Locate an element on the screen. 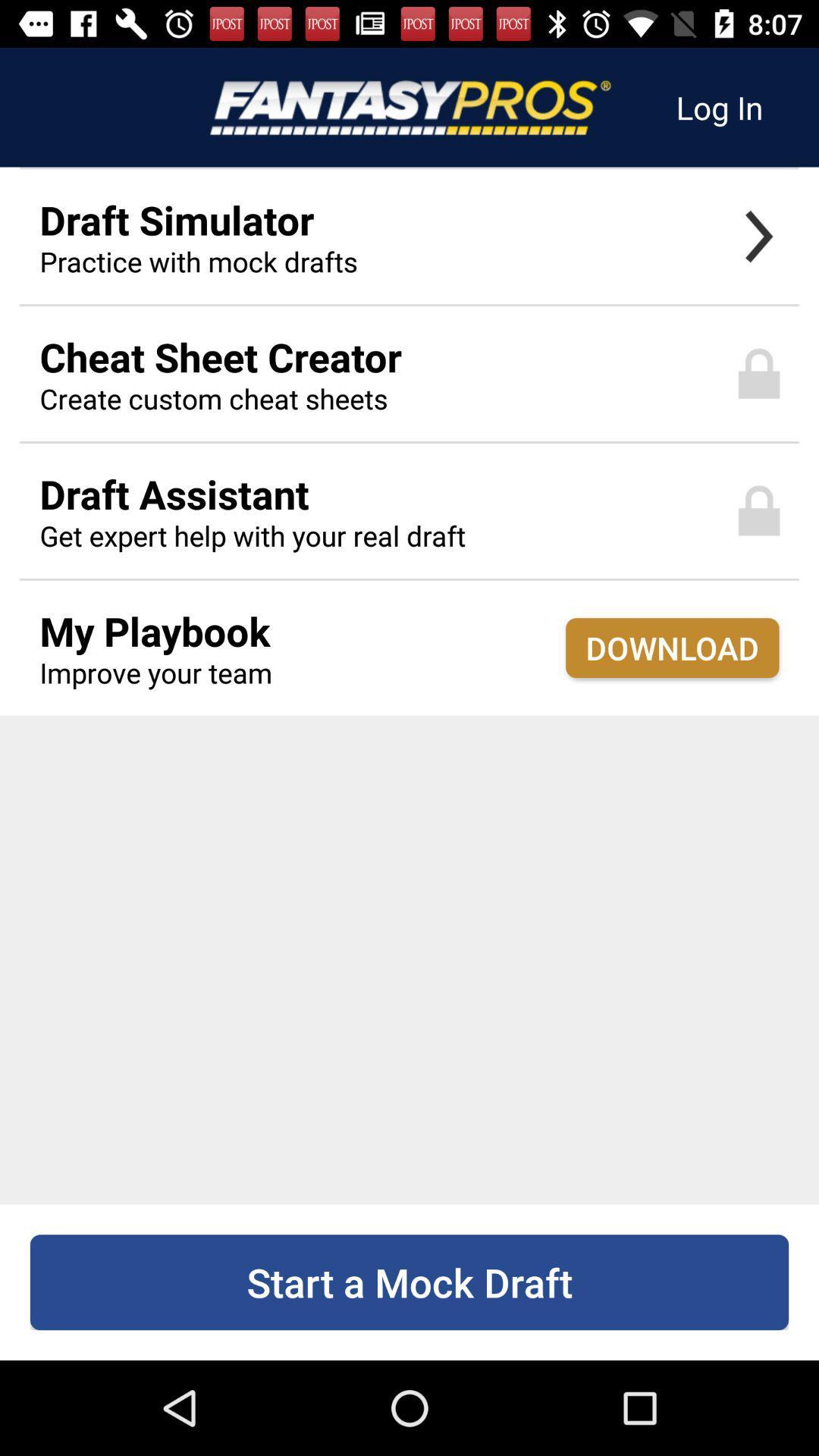 This screenshot has width=819, height=1456. start a mock draft option is located at coordinates (409, 1281).